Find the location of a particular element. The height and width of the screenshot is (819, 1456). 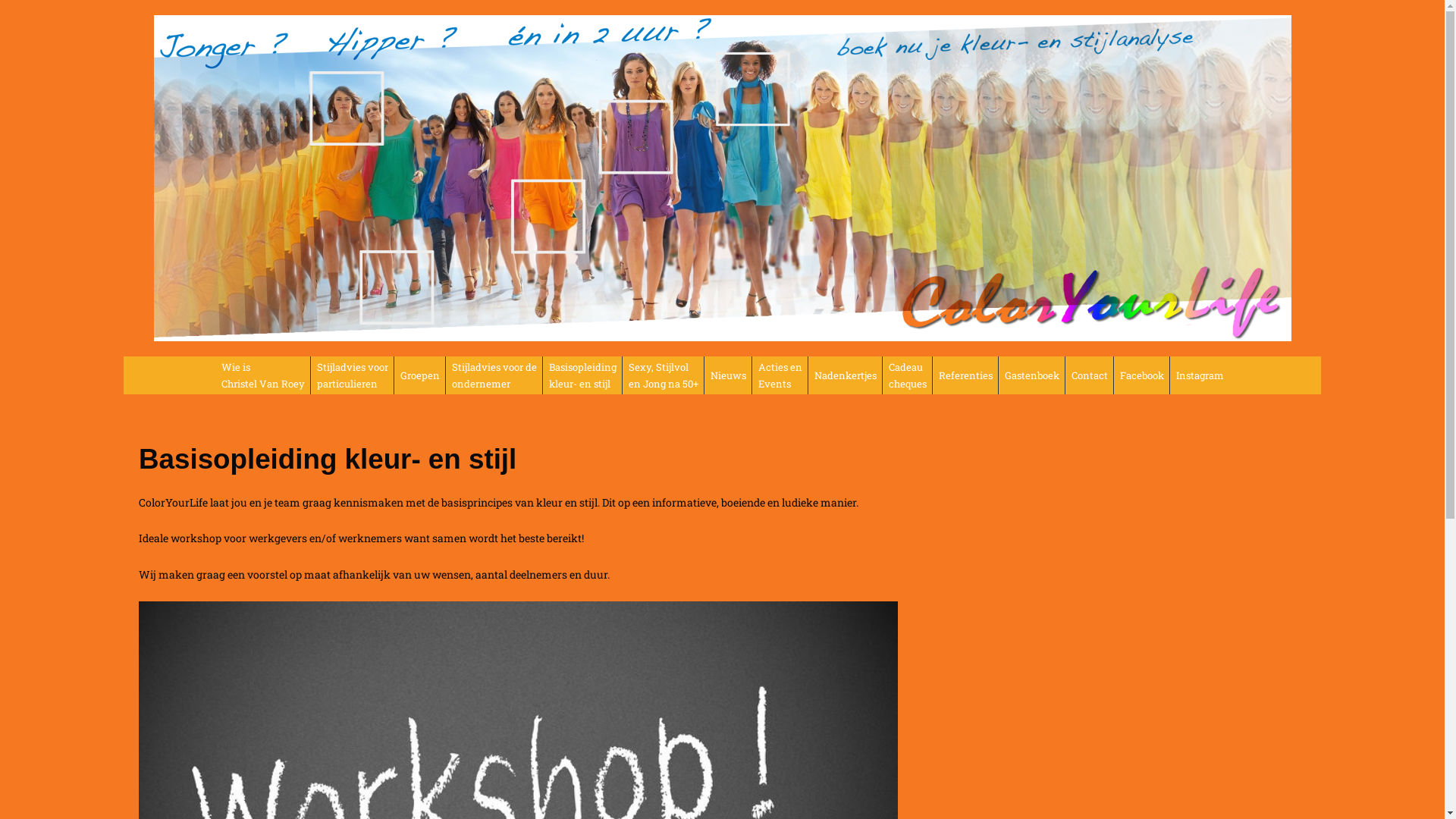

'Stijladvies voor de is located at coordinates (494, 375).